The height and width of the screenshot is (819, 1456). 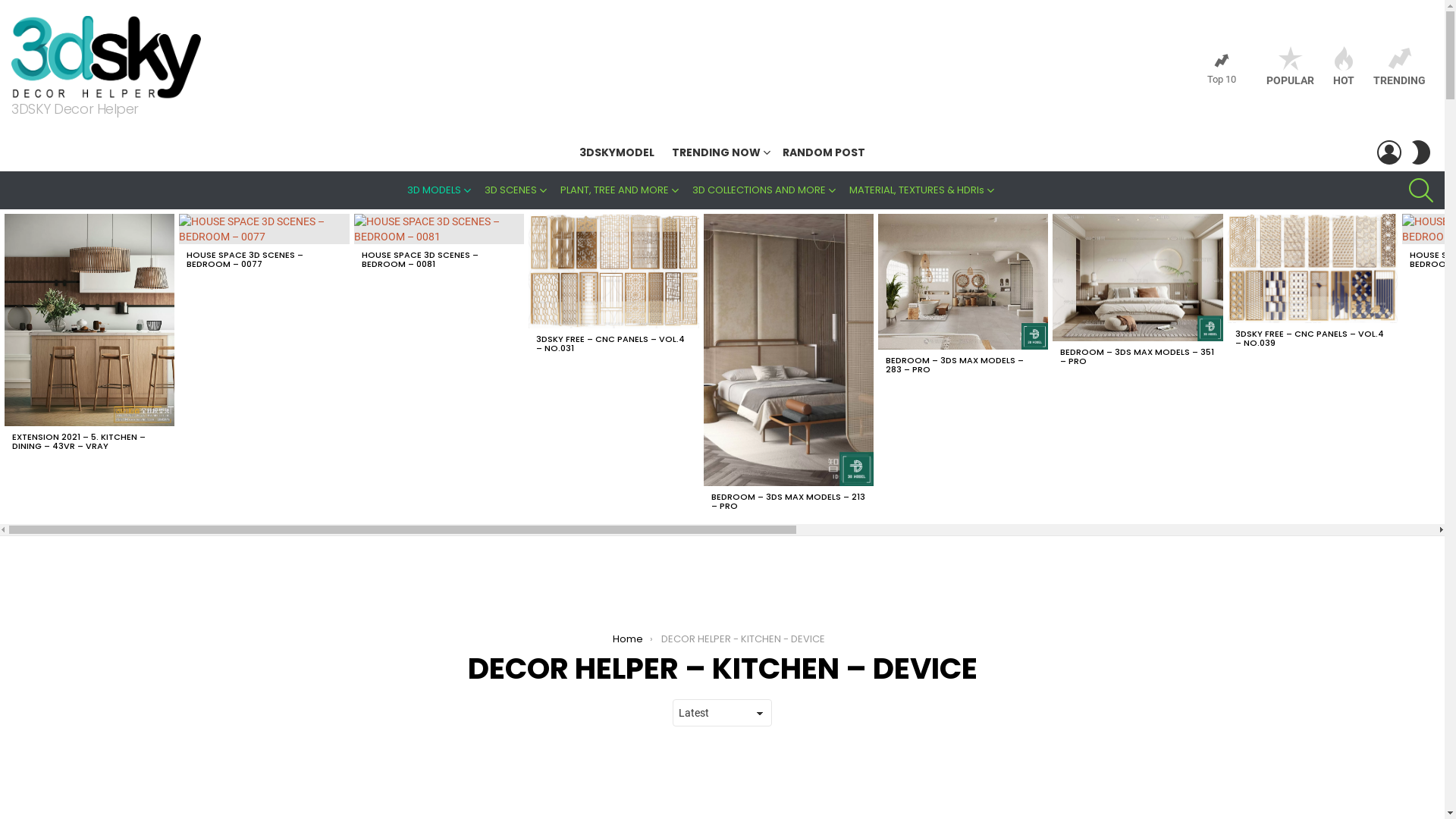 What do you see at coordinates (764, 189) in the screenshot?
I see `'3D COLLECTIONS AND MORE'` at bounding box center [764, 189].